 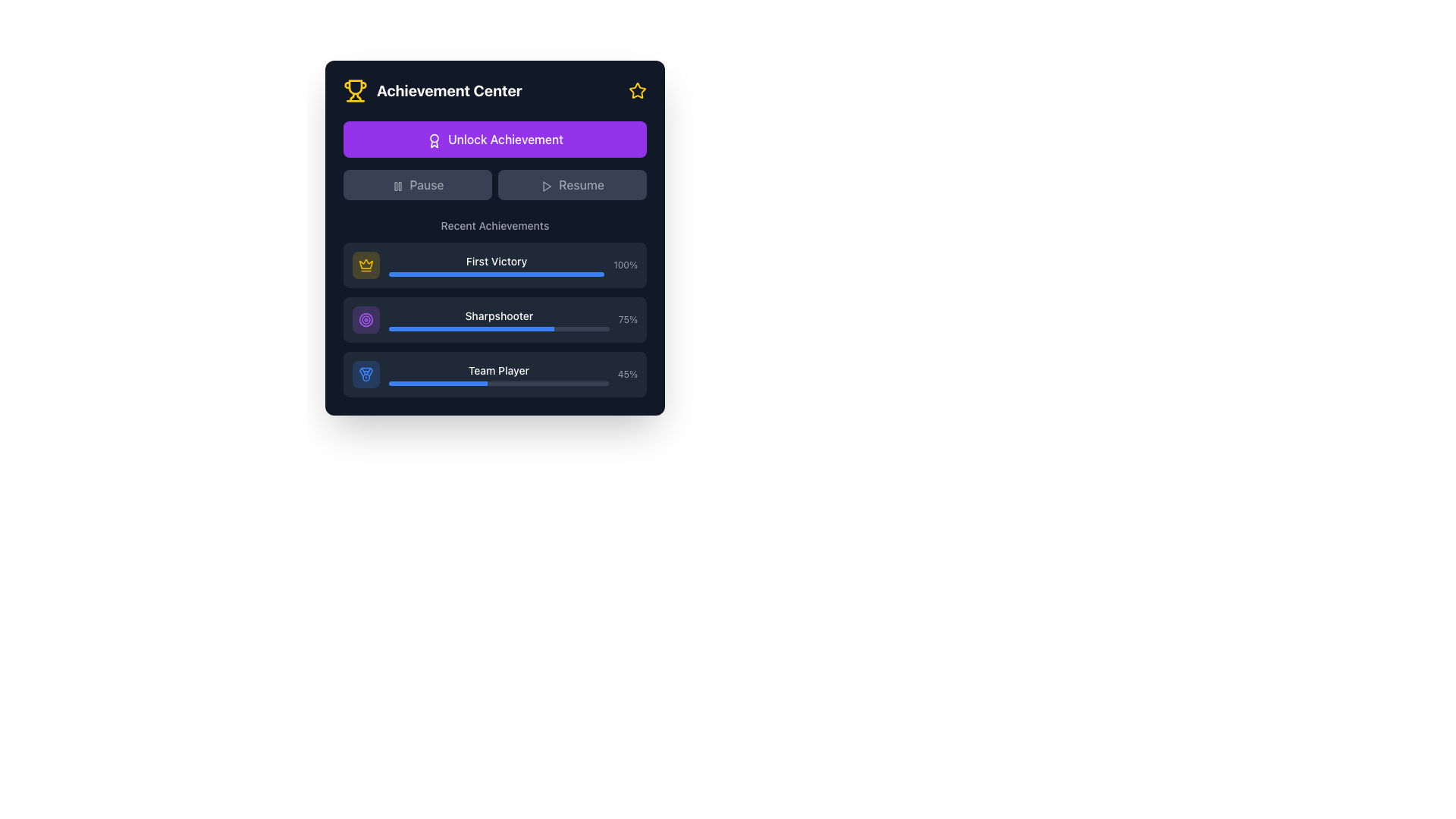 What do you see at coordinates (366, 374) in the screenshot?
I see `the medal icon representing the 'Team Player' achievement, which is a vector-based icon outlined in blue on a circular background, located at the bottom portion of the panel` at bounding box center [366, 374].